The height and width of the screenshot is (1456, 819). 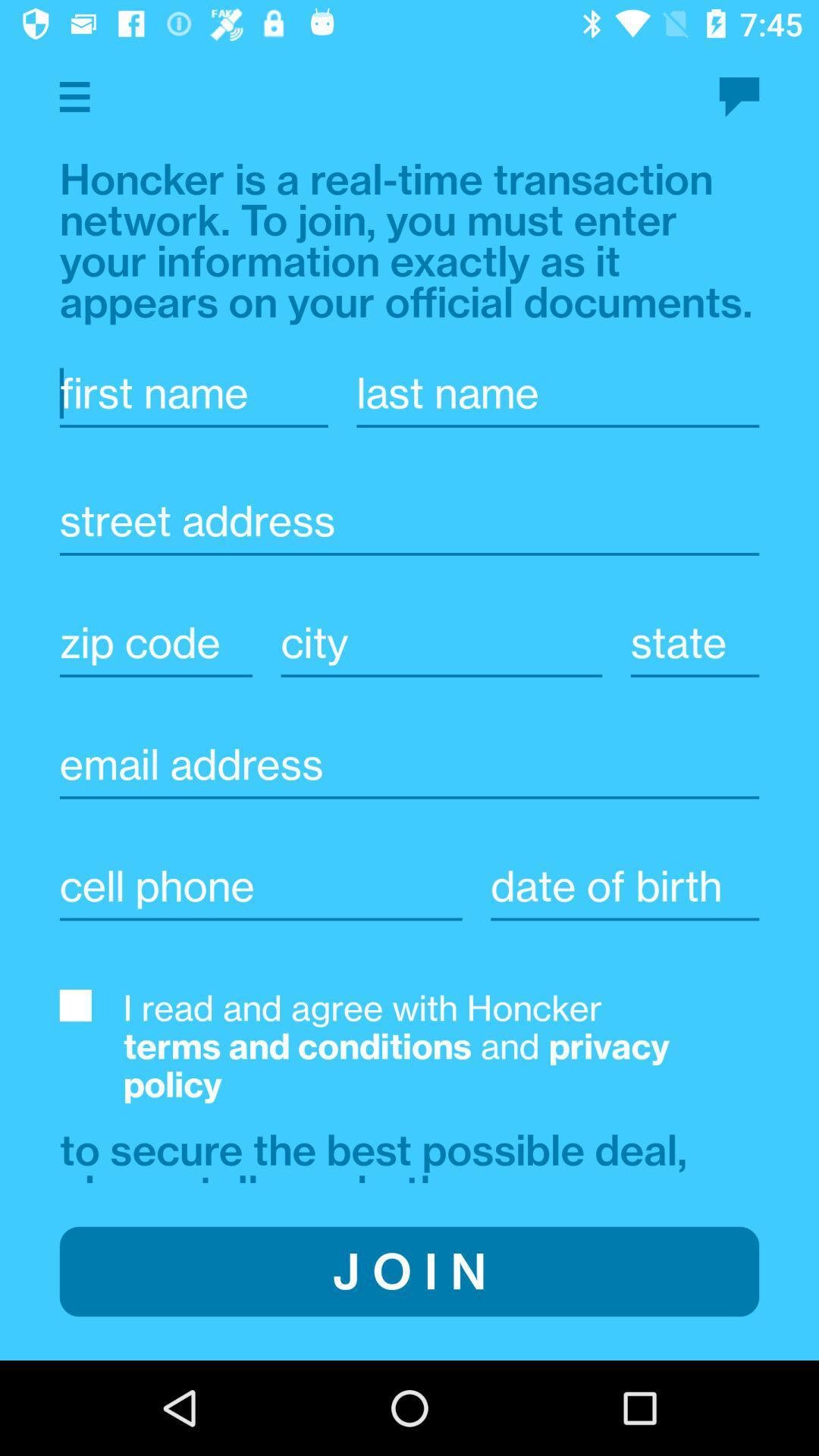 What do you see at coordinates (75, 1005) in the screenshot?
I see `confirm that you 've read and agree to the policies and terms and conditions` at bounding box center [75, 1005].